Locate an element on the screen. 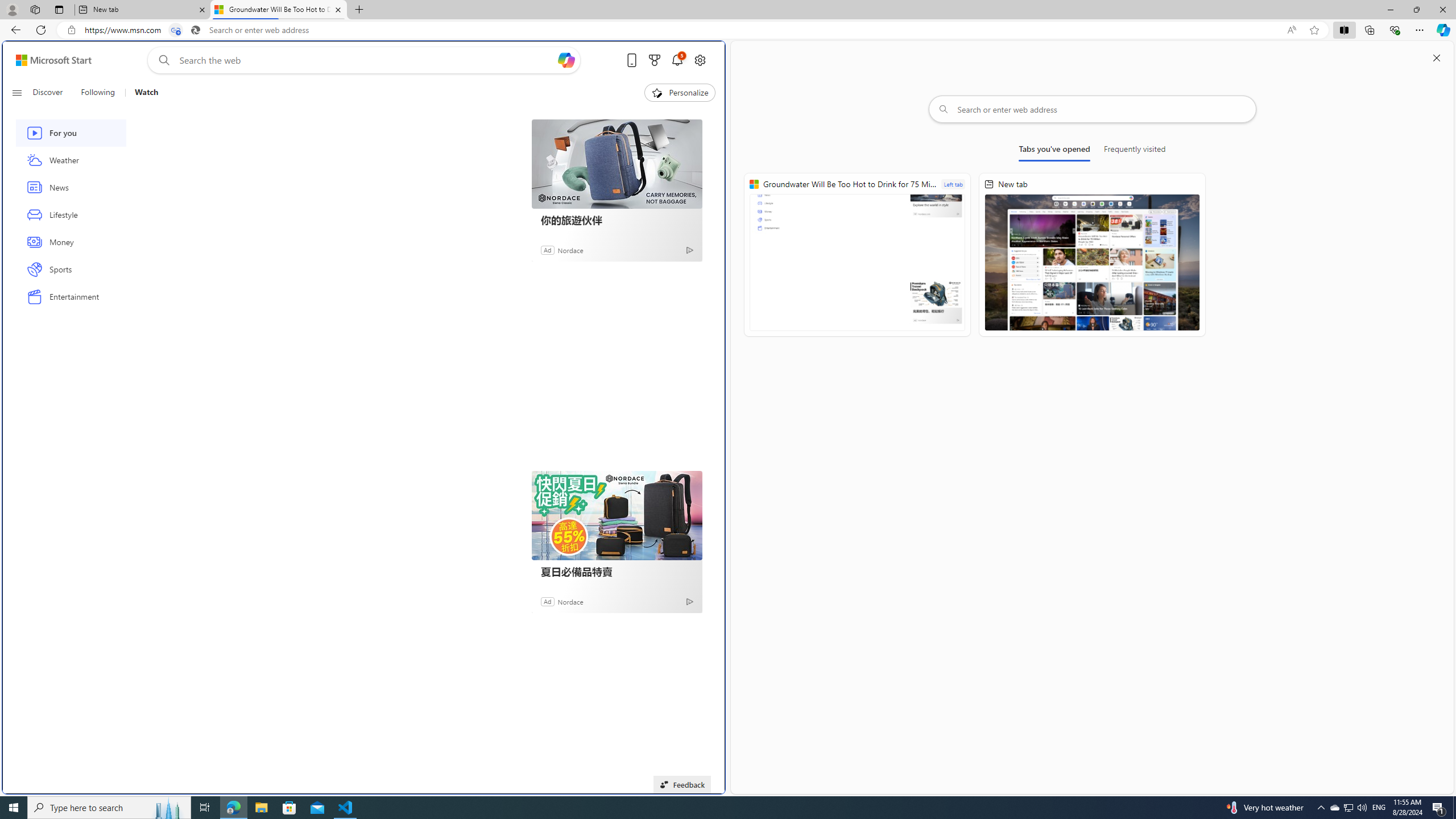 Image resolution: width=1456 pixels, height=819 pixels. 'Skip to footer' is located at coordinates (46, 59).